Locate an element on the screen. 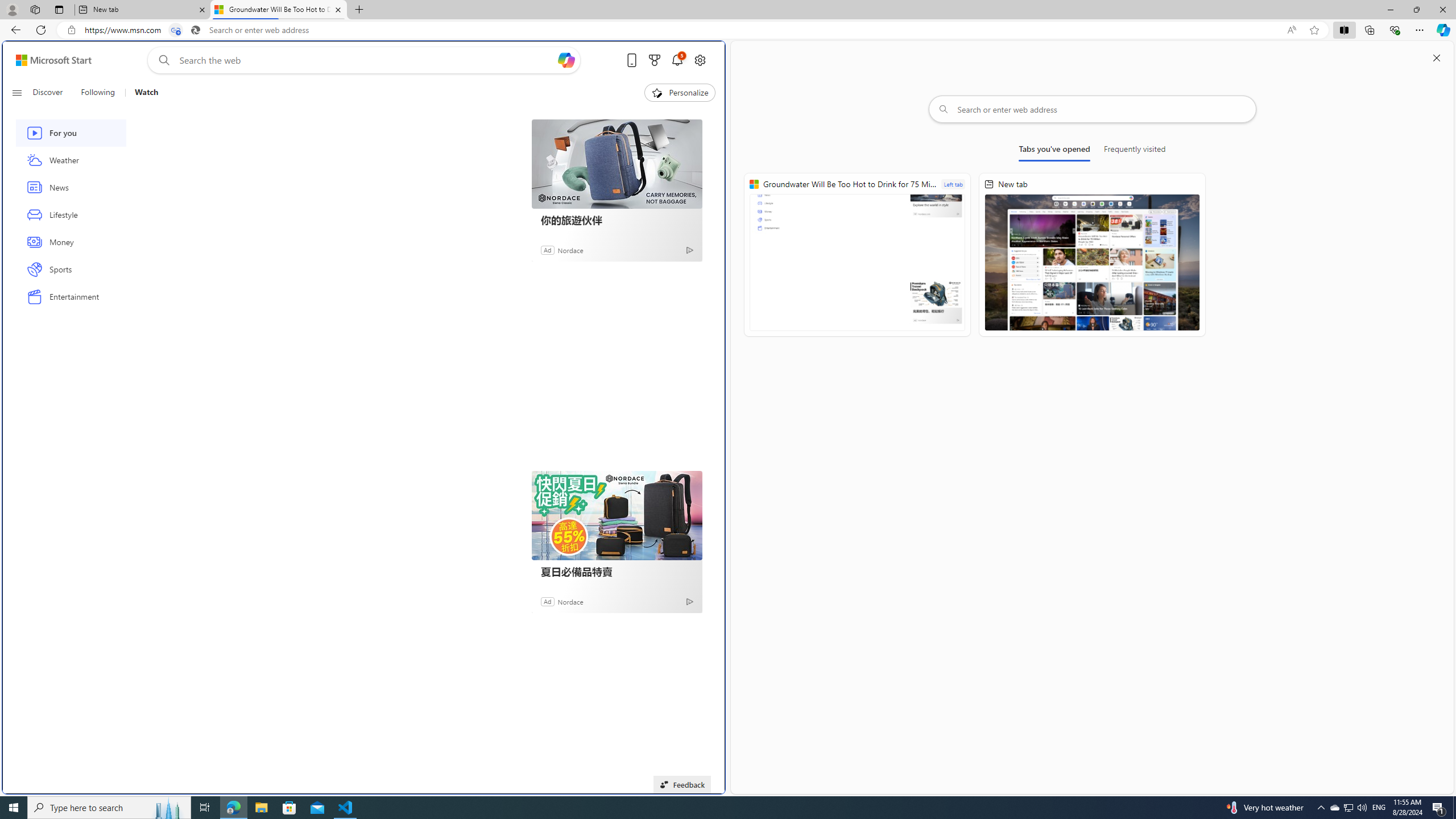 Image resolution: width=1456 pixels, height=819 pixels. 'Skip to footer' is located at coordinates (46, 59).